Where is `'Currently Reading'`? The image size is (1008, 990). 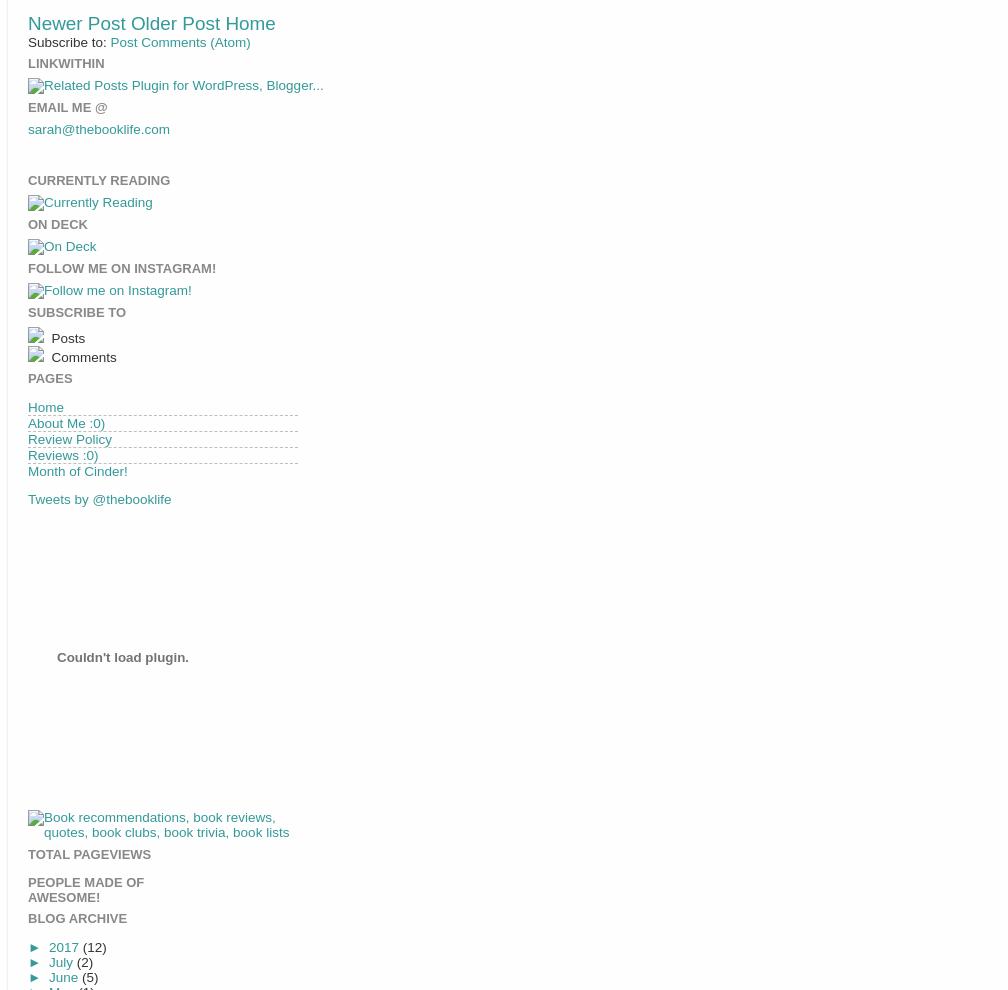
'Currently Reading' is located at coordinates (98, 180).